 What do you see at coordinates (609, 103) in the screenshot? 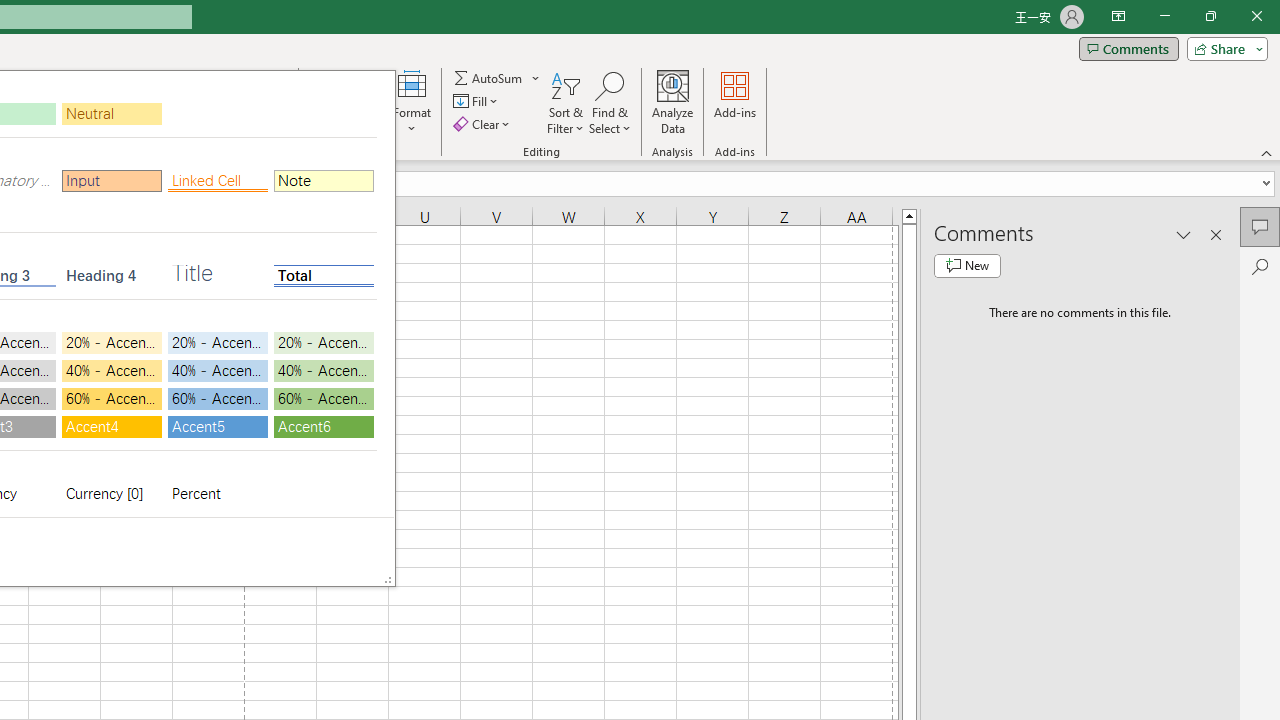
I see `'Find & Select'` at bounding box center [609, 103].